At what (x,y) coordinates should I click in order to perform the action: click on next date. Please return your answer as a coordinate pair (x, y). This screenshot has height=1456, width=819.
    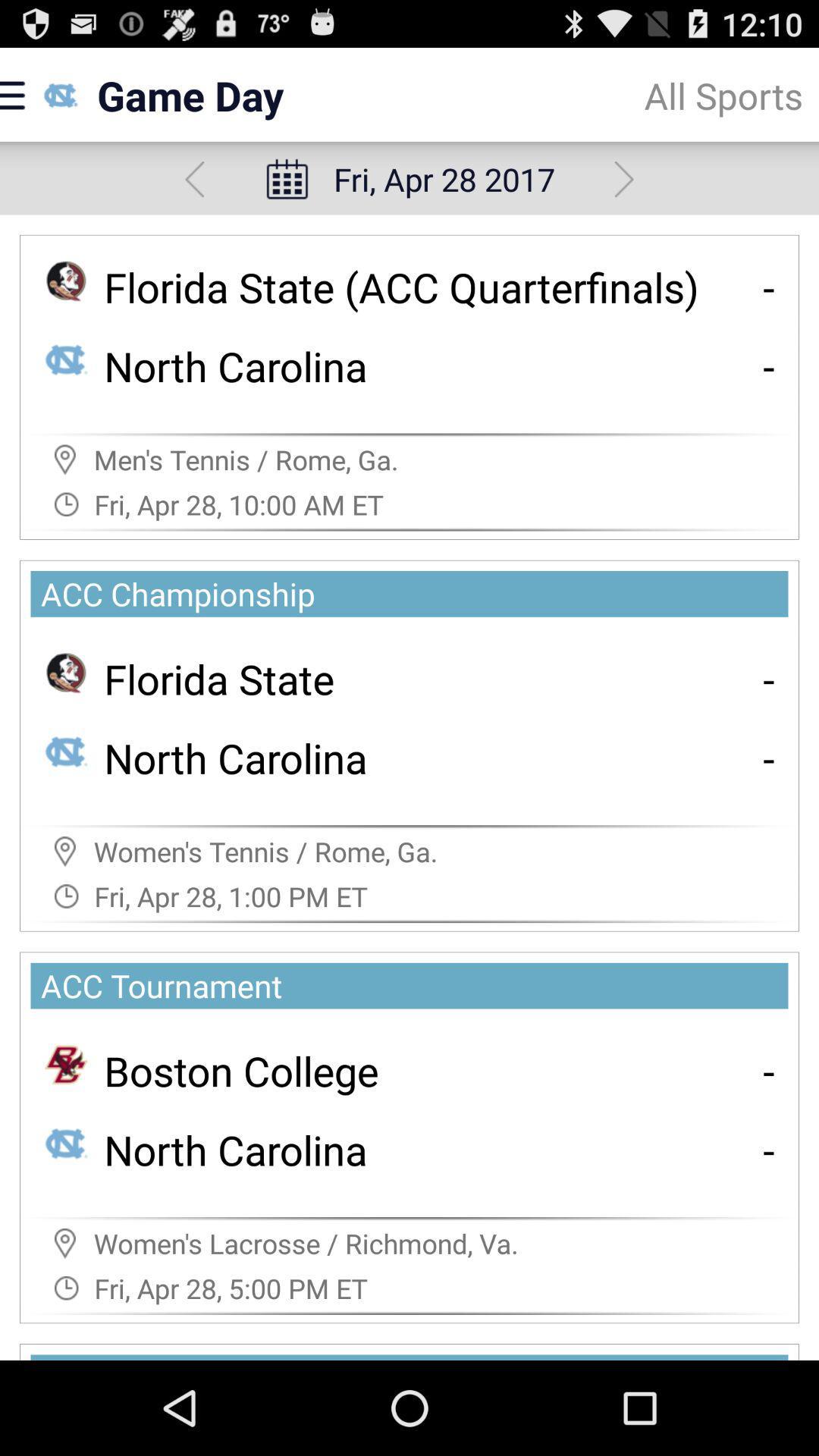
    Looking at the image, I should click on (624, 179).